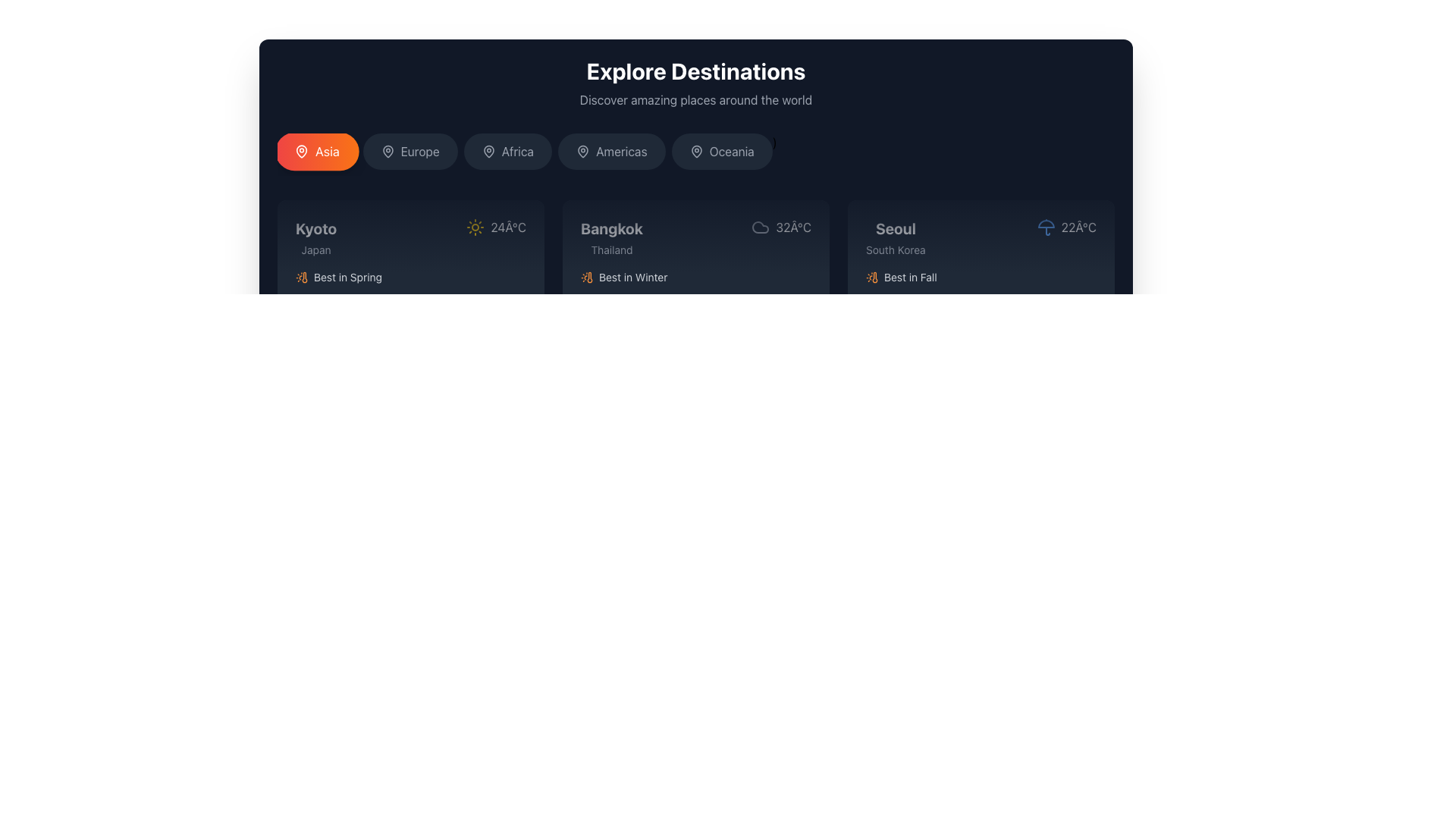  Describe the element at coordinates (981, 284) in the screenshot. I see `the third card element in the horizontally arranged grid, which features a dark background and rounded corners` at that location.